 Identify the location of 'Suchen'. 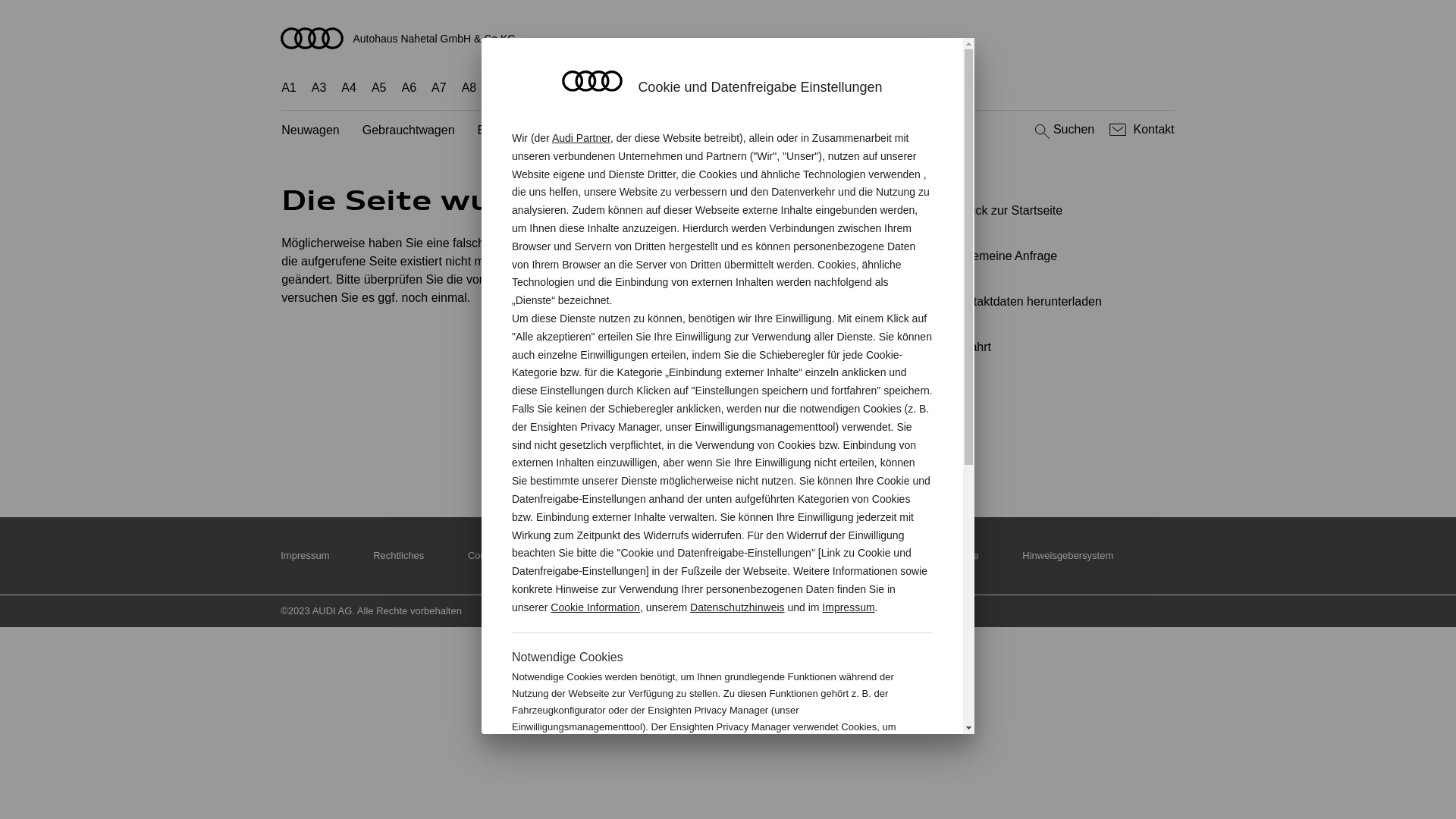
(1062, 129).